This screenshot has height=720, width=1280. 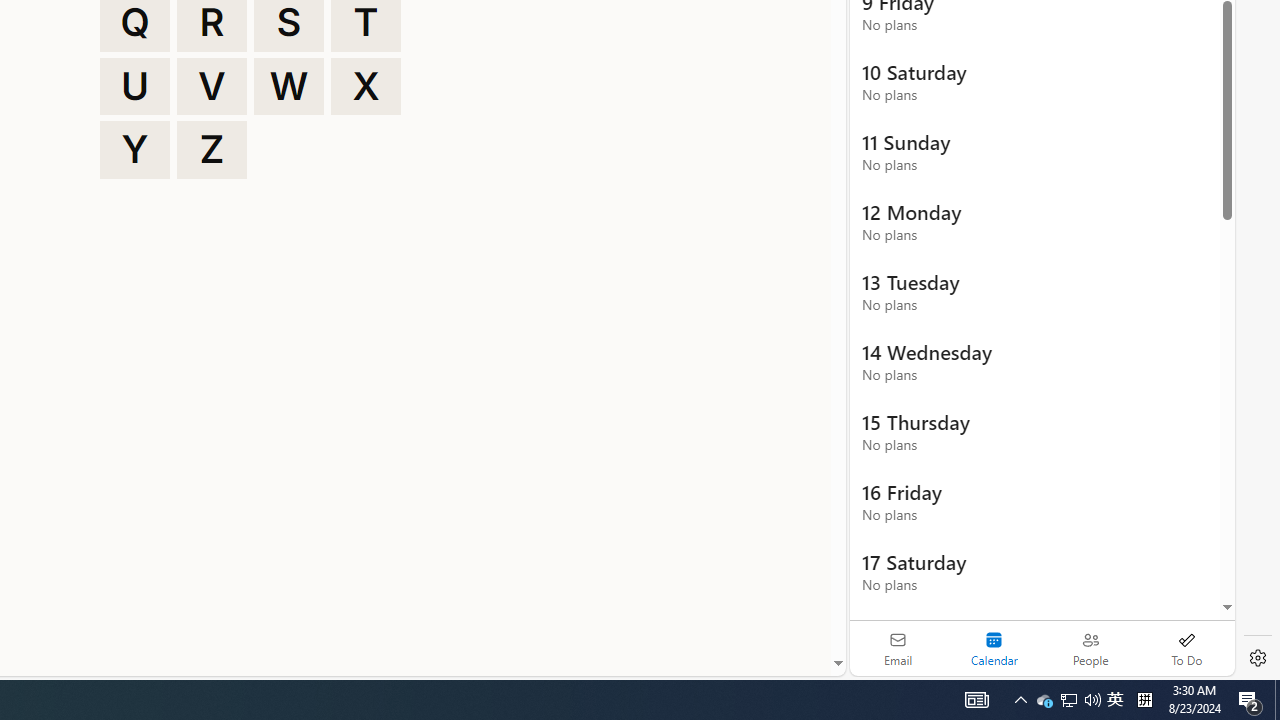 What do you see at coordinates (212, 85) in the screenshot?
I see `'V'` at bounding box center [212, 85].